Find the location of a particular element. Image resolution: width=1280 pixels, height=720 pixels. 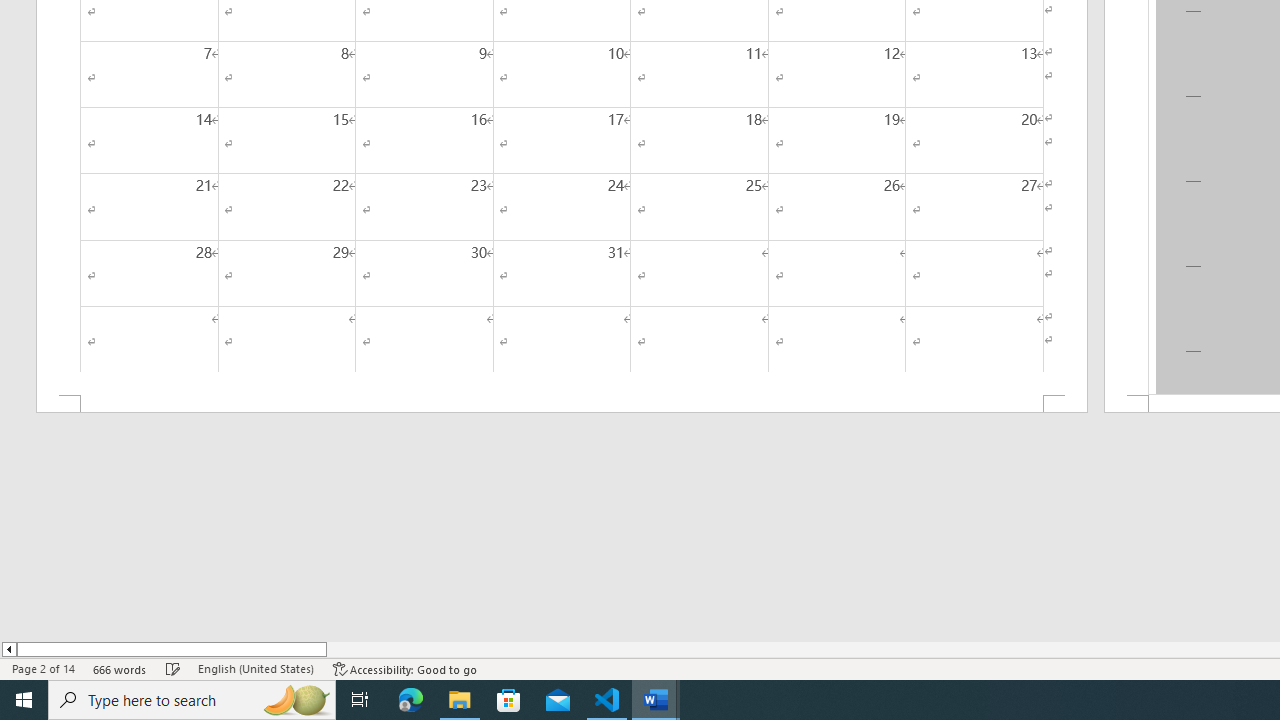

'Page Number Page 2 of 14' is located at coordinates (43, 669).